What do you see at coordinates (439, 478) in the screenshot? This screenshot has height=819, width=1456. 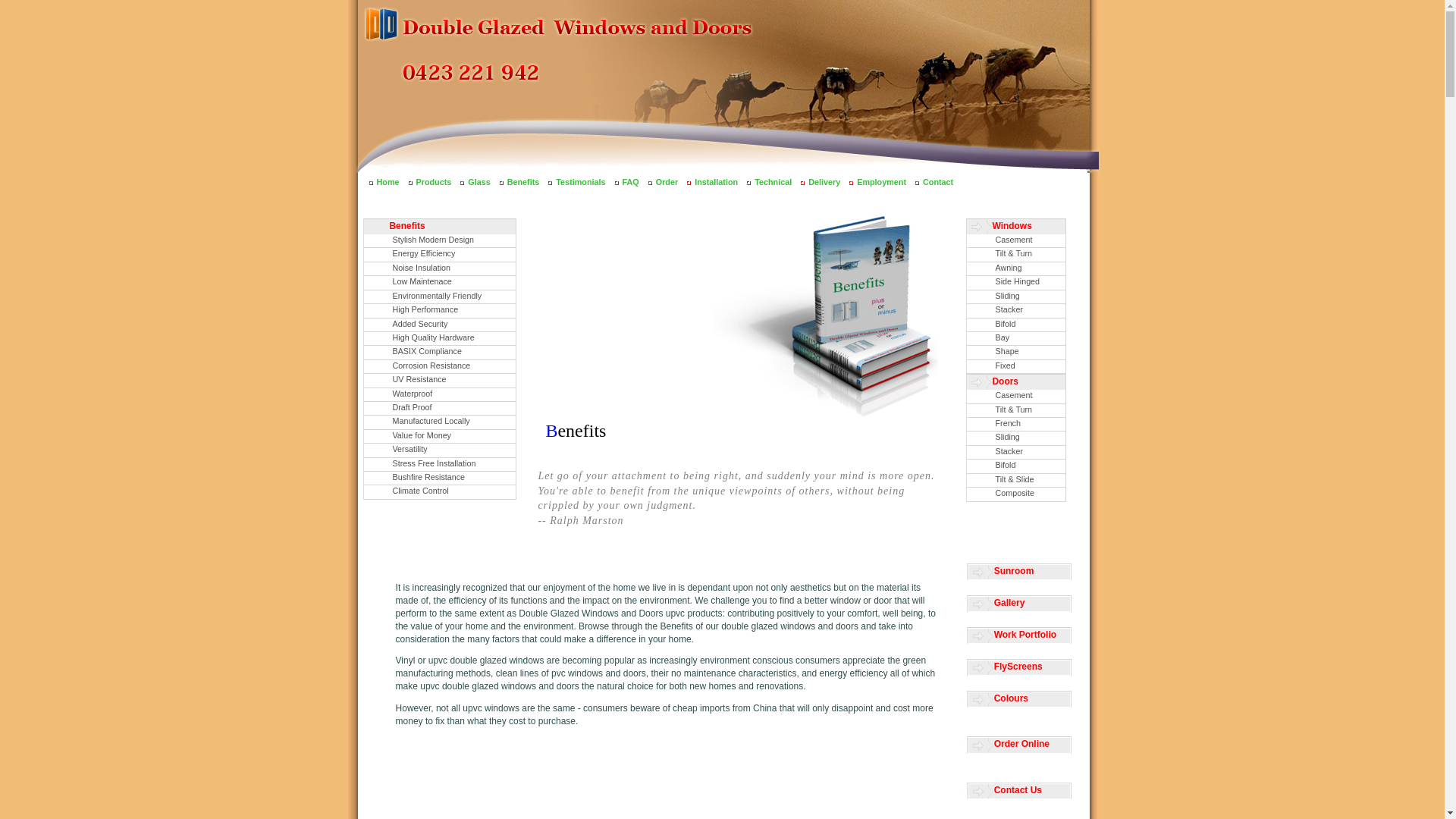 I see `'Bushfire Resistance'` at bounding box center [439, 478].